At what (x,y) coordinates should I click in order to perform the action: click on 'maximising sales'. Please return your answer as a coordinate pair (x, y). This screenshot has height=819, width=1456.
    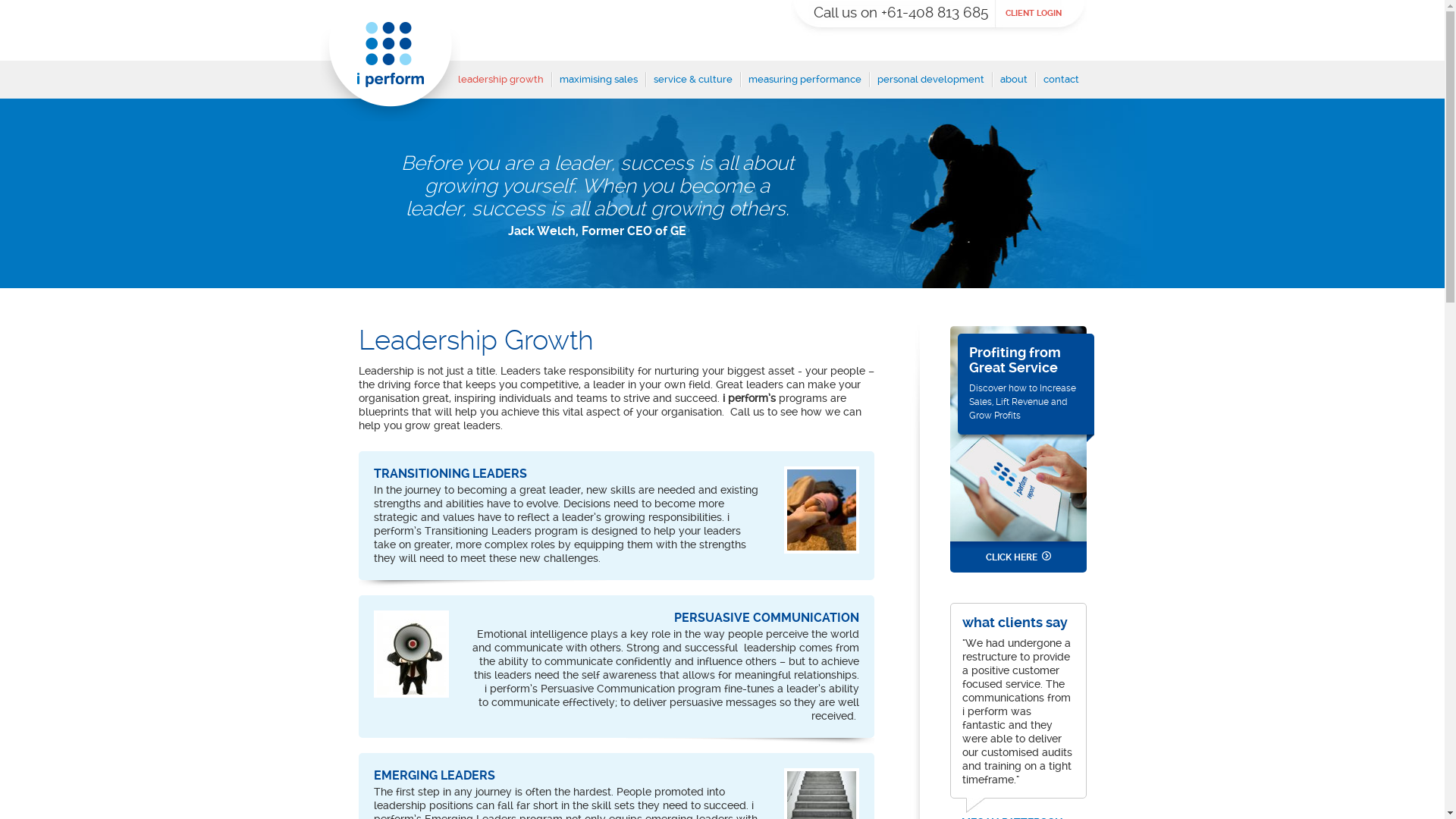
    Looking at the image, I should click on (598, 85).